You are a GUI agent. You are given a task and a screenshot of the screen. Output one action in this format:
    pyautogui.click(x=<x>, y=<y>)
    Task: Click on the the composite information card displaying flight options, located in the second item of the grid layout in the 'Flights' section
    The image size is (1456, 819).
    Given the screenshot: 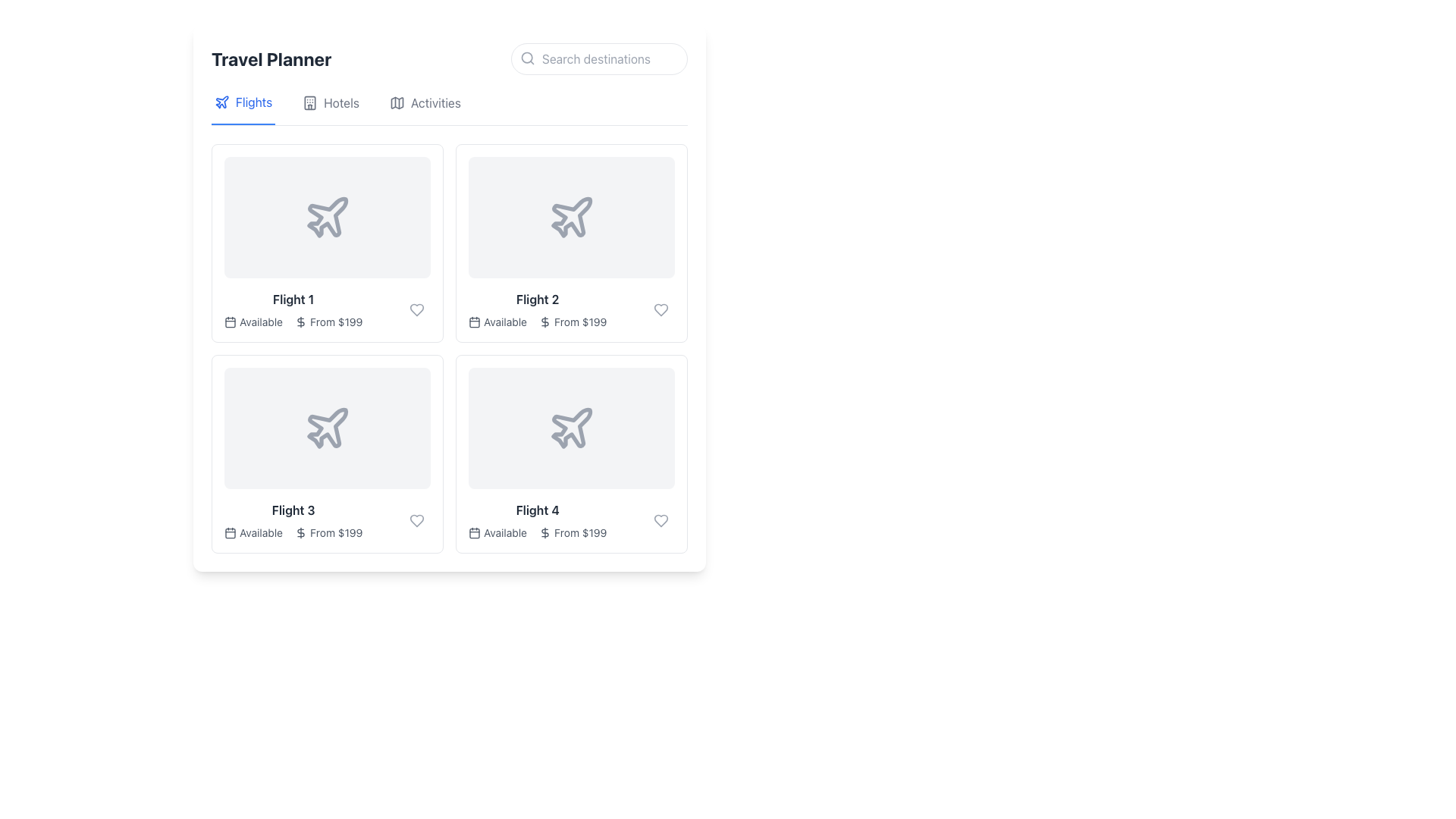 What is the action you would take?
    pyautogui.click(x=538, y=309)
    